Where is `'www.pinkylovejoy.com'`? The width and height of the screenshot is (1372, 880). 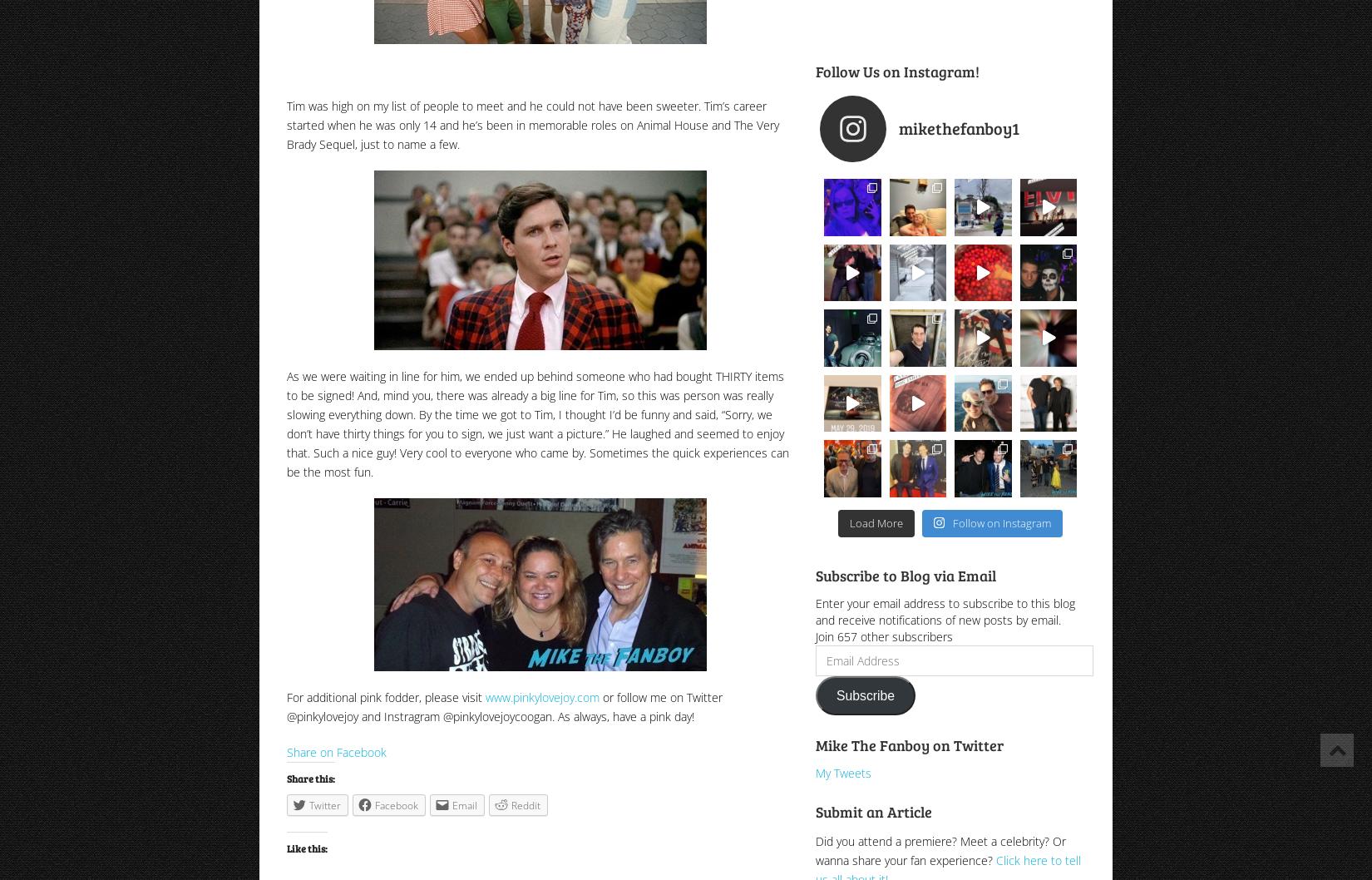 'www.pinkylovejoy.com' is located at coordinates (541, 696).